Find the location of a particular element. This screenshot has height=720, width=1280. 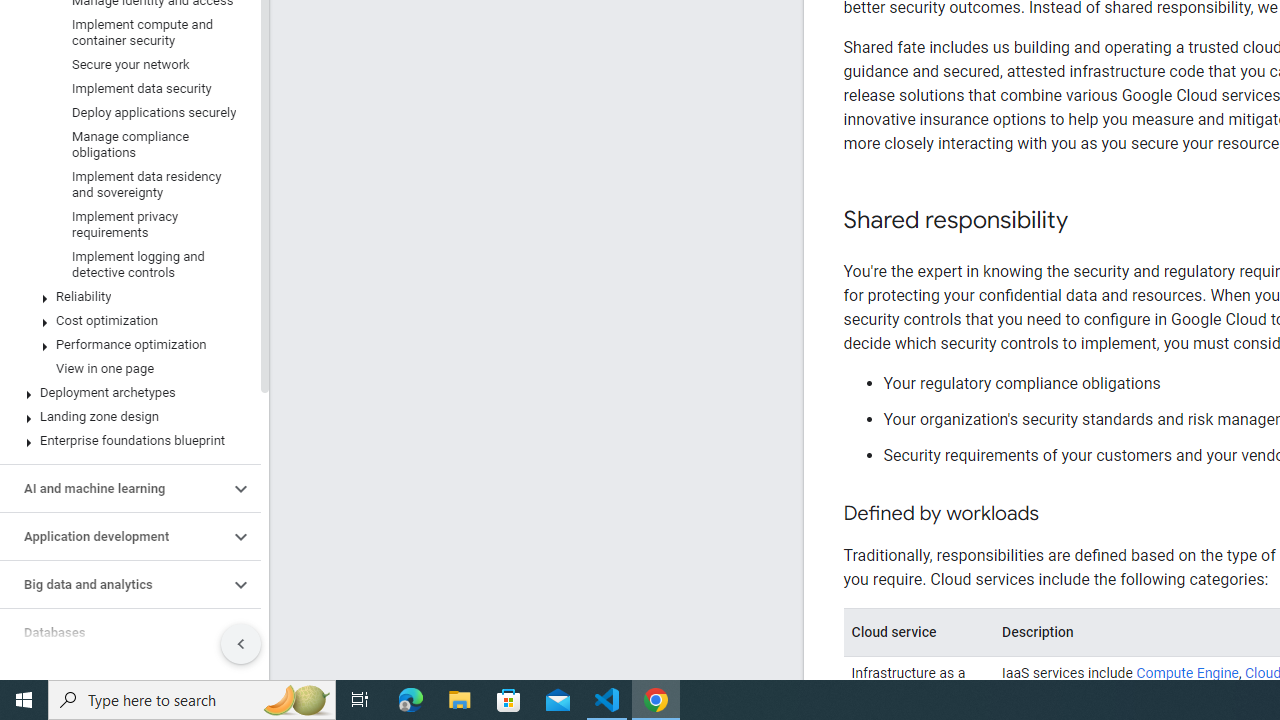

'Deploy applications securely' is located at coordinates (125, 113).